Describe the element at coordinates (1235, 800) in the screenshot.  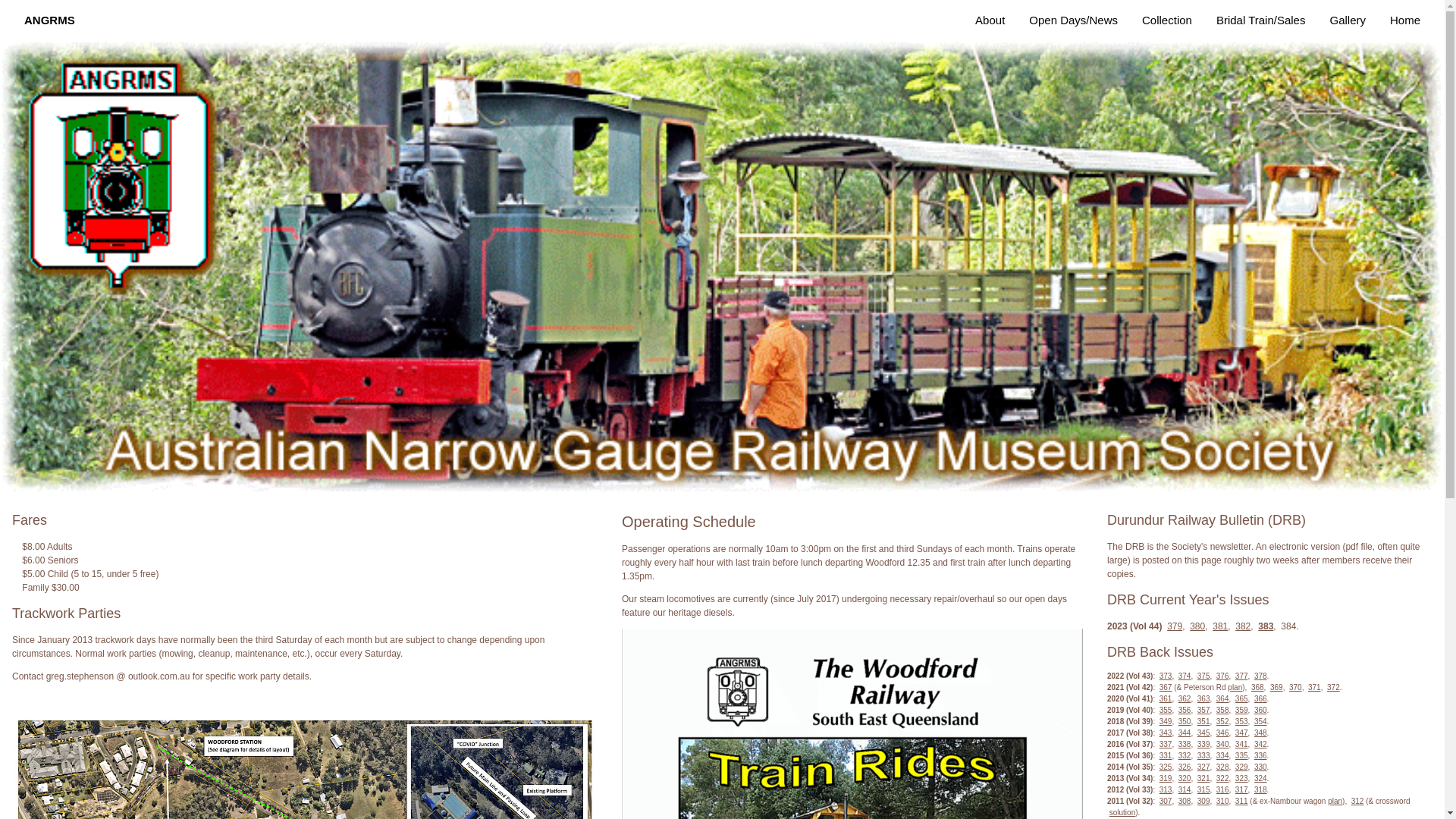
I see `'311'` at that location.